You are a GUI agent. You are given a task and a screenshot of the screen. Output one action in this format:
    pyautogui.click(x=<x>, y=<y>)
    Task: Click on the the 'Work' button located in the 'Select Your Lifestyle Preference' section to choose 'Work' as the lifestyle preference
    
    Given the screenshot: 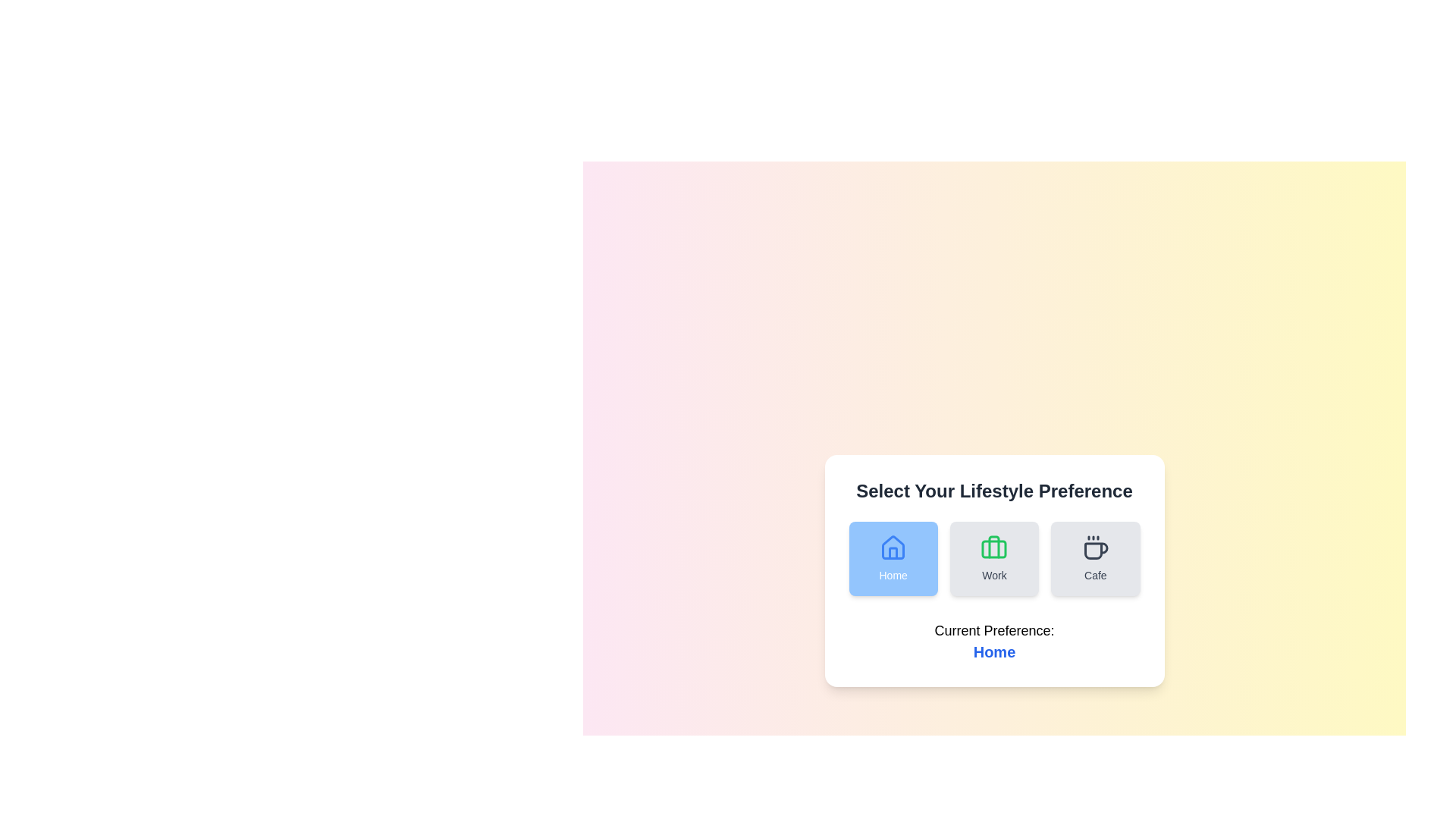 What is the action you would take?
    pyautogui.click(x=993, y=558)
    